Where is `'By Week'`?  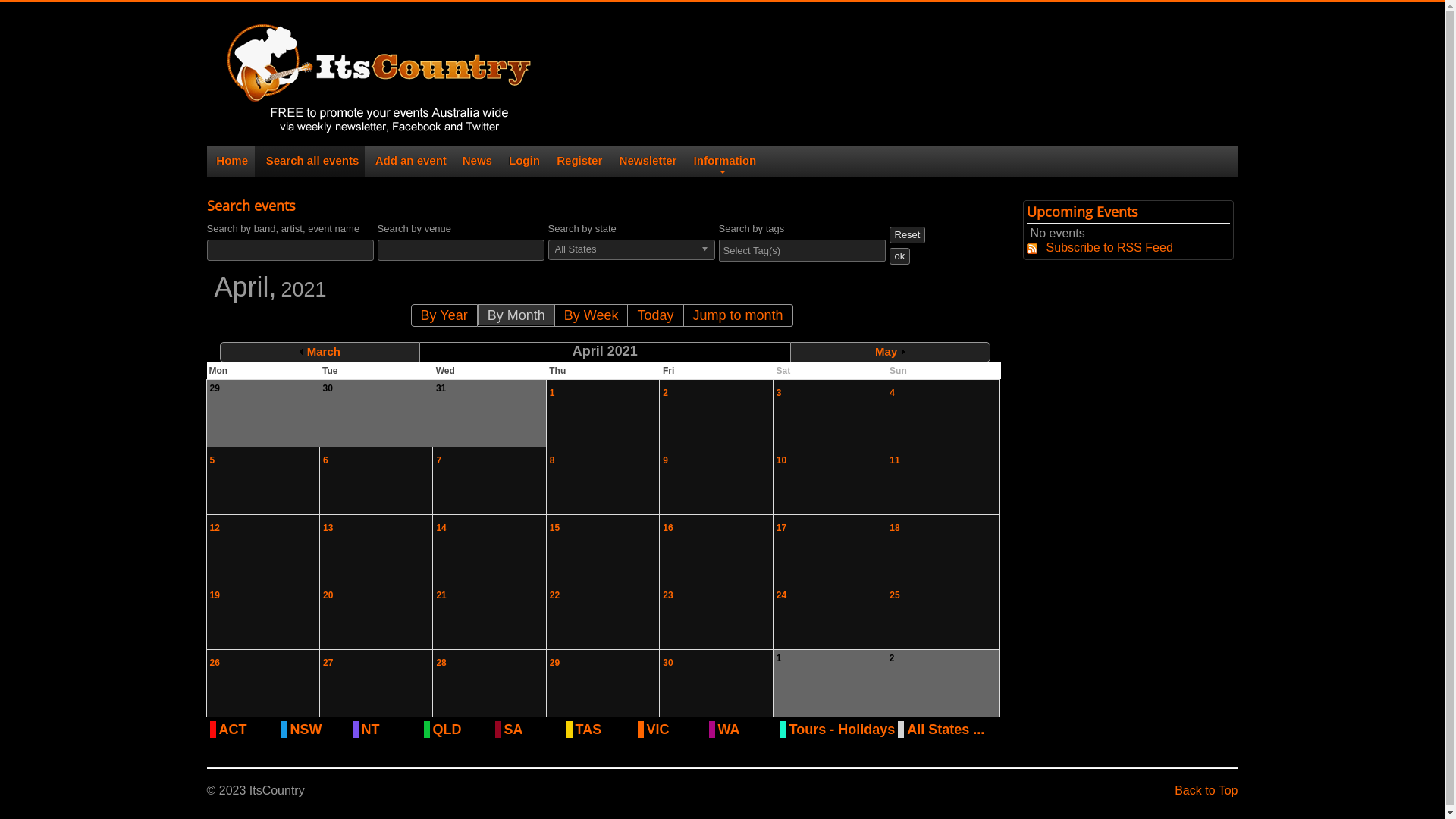
'By Week' is located at coordinates (590, 314).